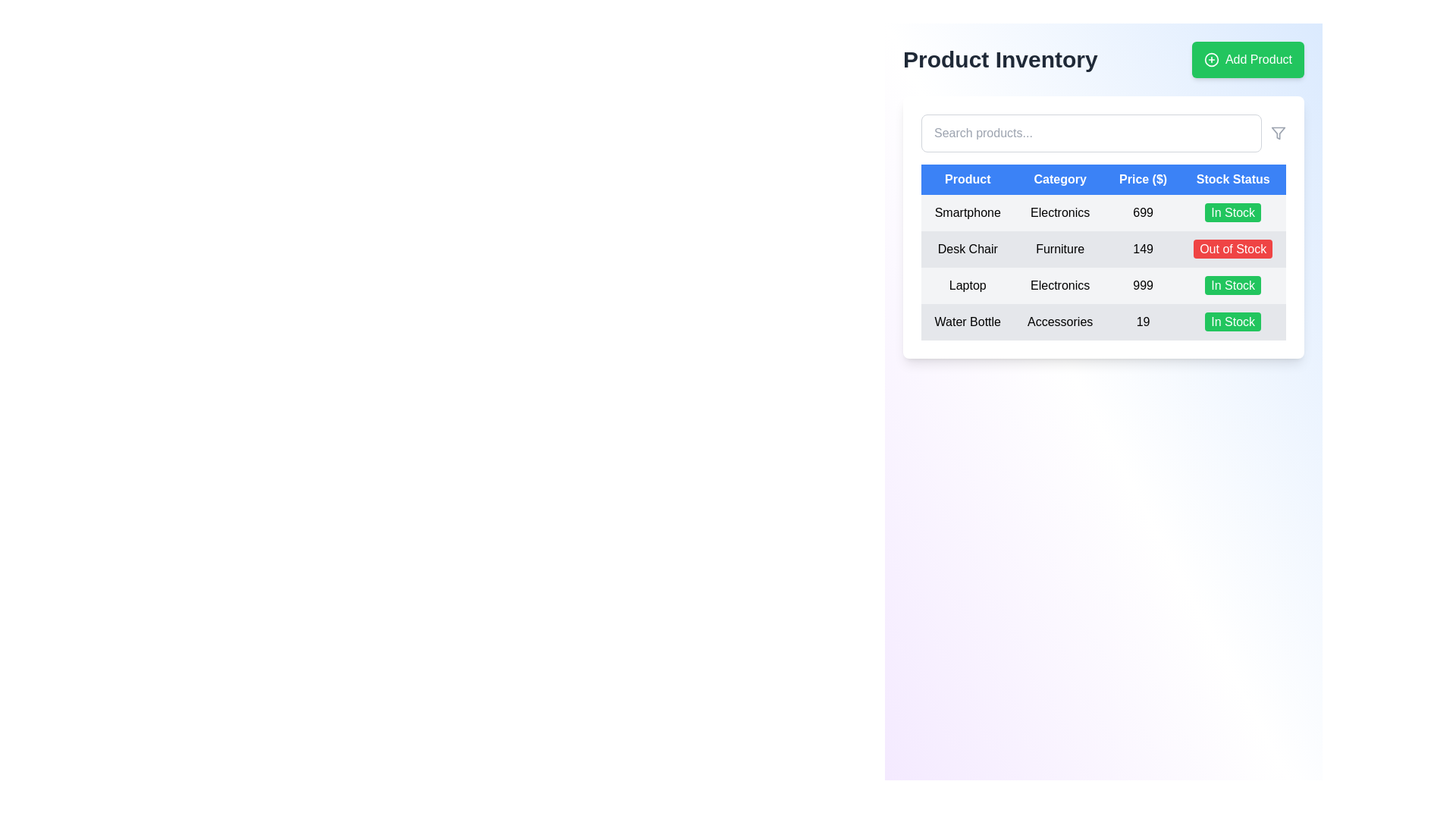  What do you see at coordinates (1233, 178) in the screenshot?
I see `the header cell labeled 'Stock Status' with a blue background and white text, which is the fourth header cell in the row of the table` at bounding box center [1233, 178].